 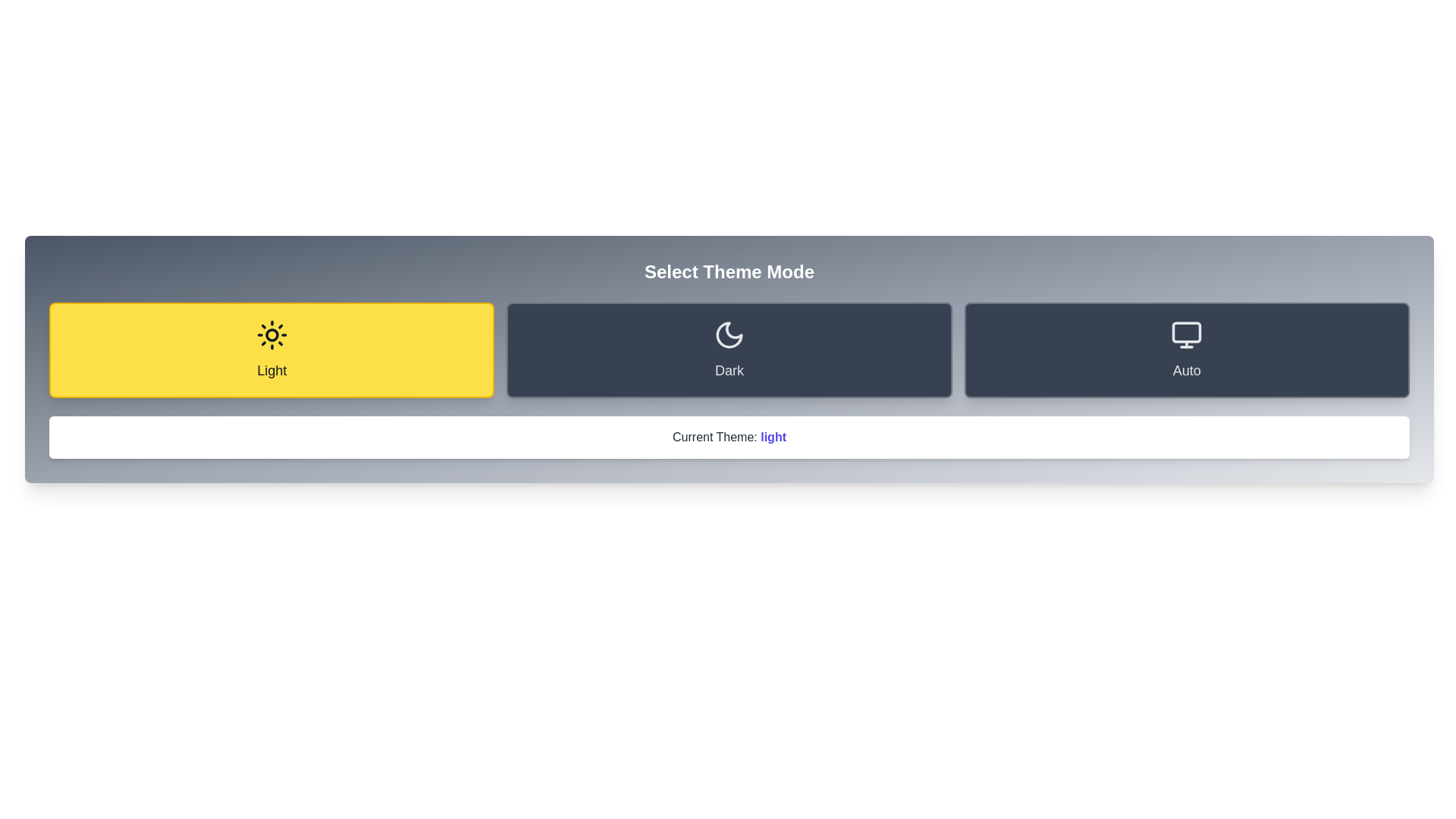 I want to click on the 'Light' button, which is a rectangular button with rounded corners, bright yellow background, dark gray text, and a black sun icon above the text, so click(x=271, y=350).